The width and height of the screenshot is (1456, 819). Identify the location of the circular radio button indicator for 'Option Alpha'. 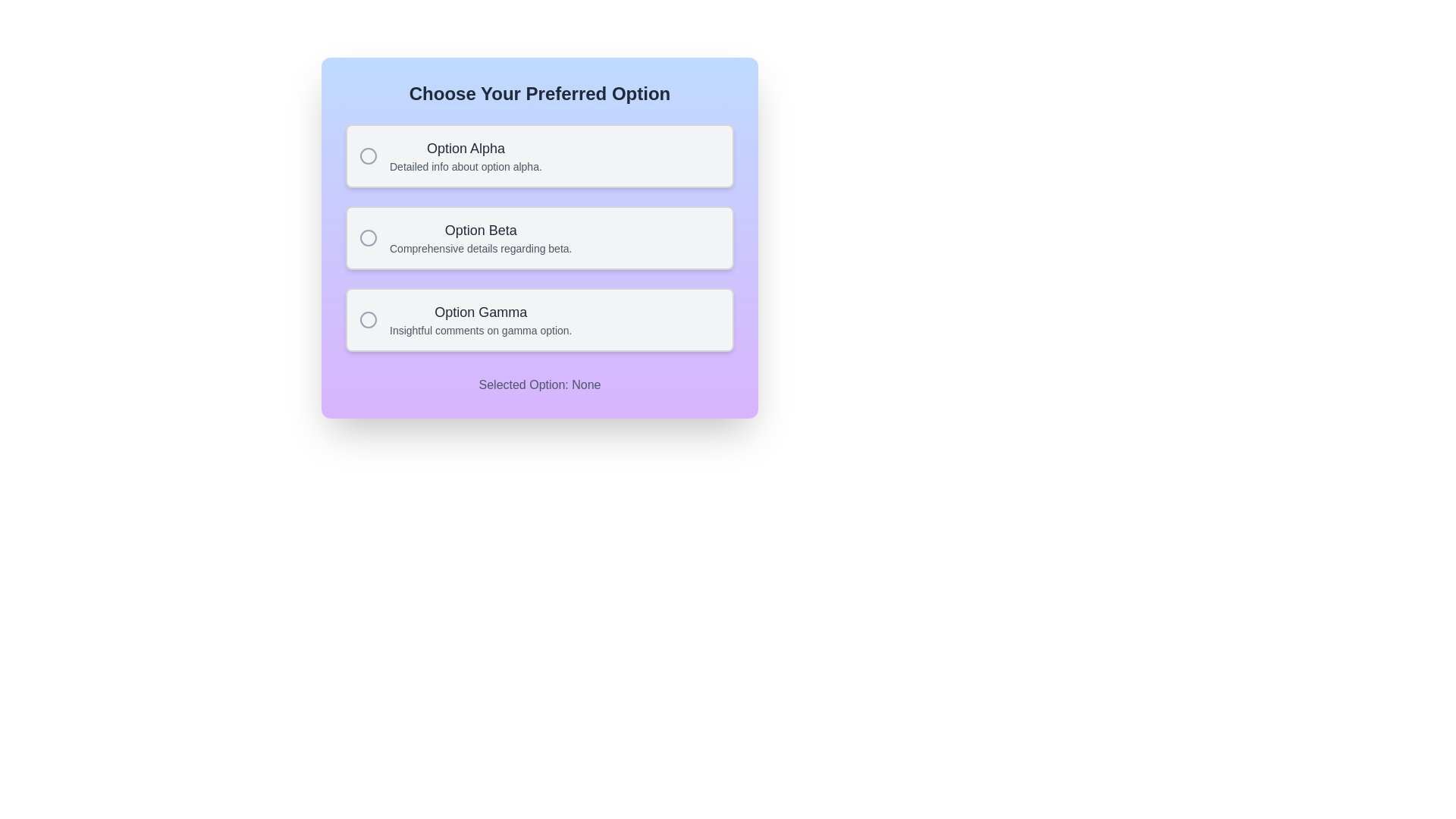
(368, 155).